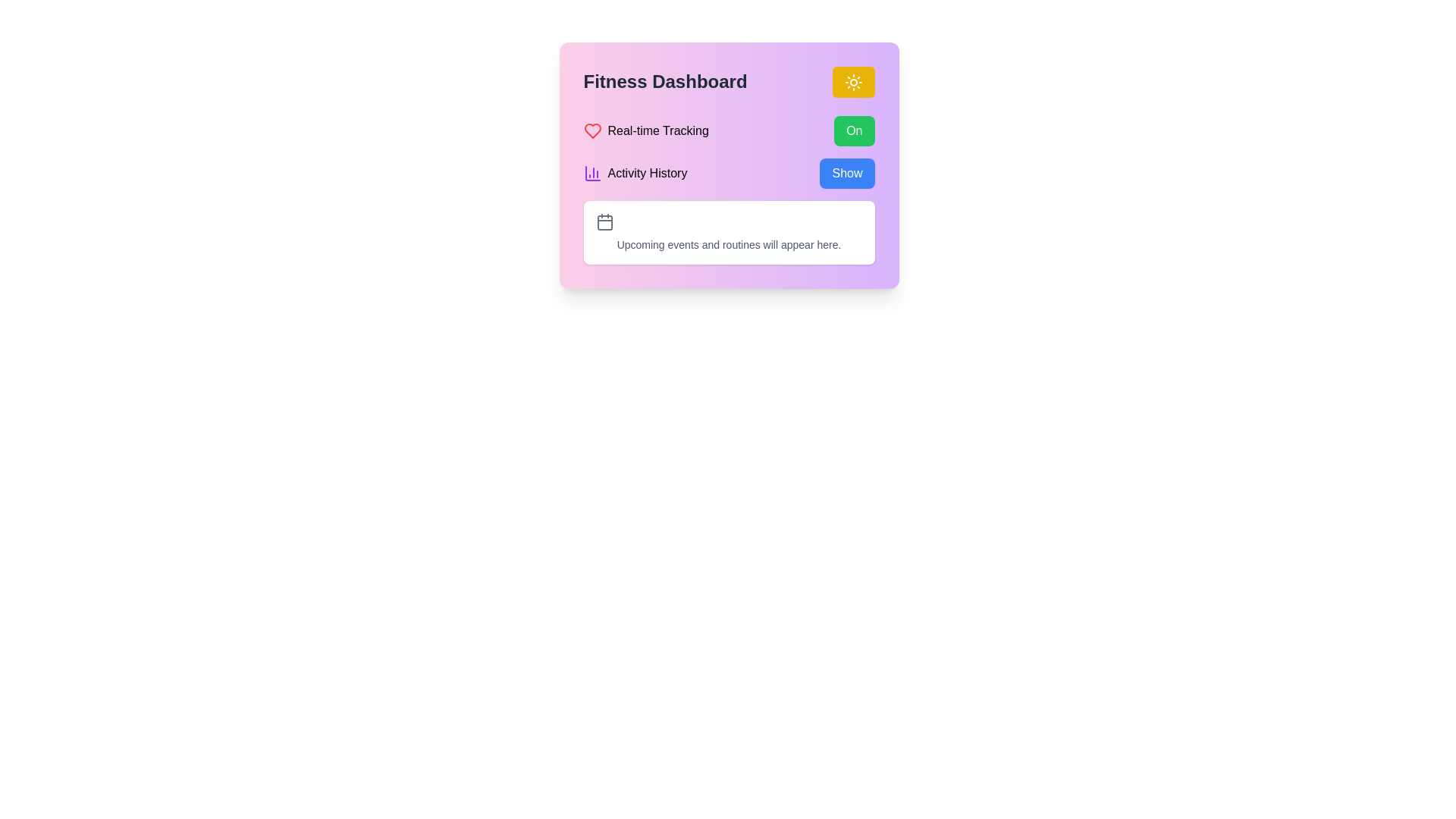 The height and width of the screenshot is (819, 1456). I want to click on the 'Real-time Tracking' toggle element located in the 'Fitness Dashboard', so click(729, 130).